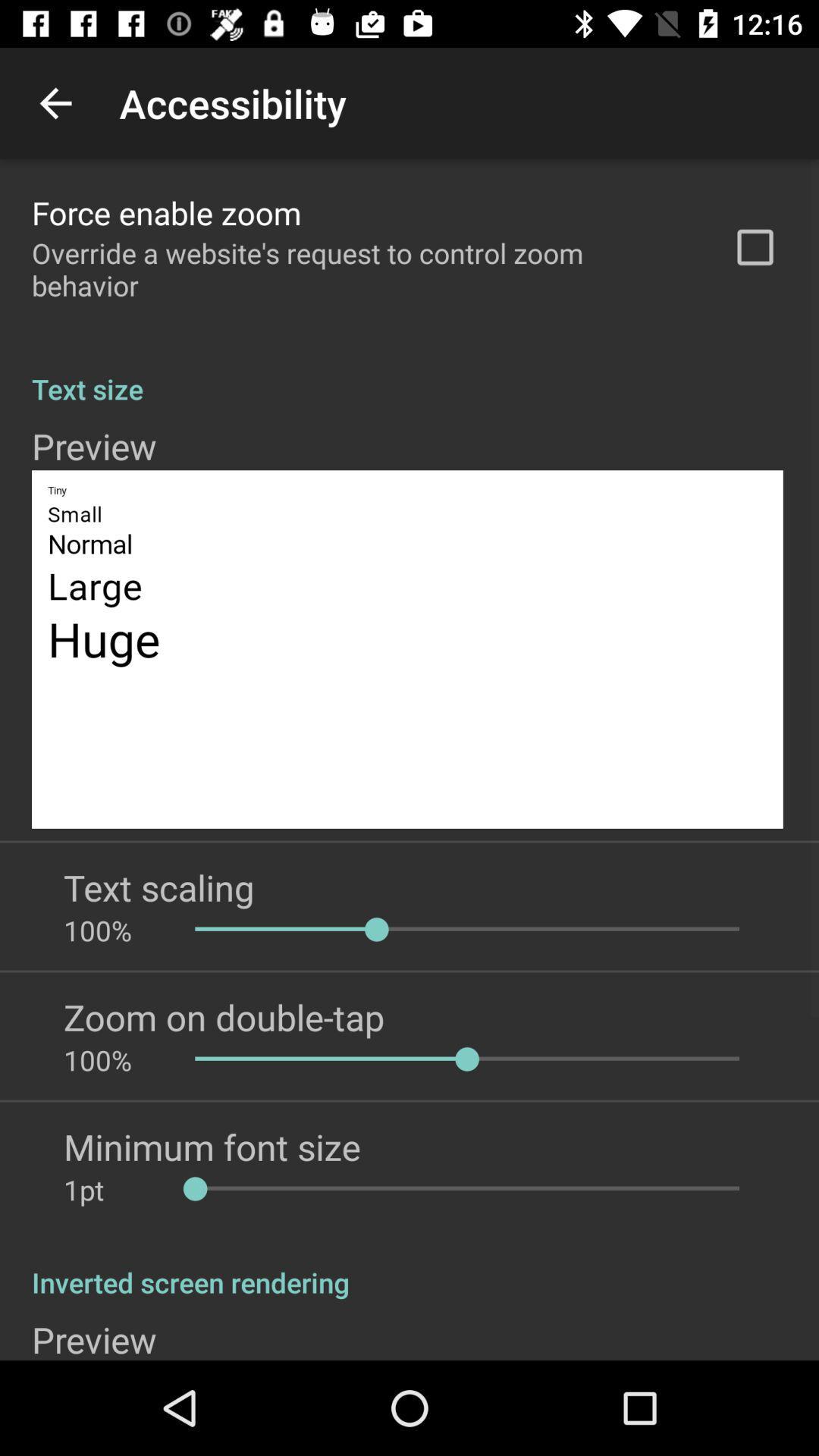 Image resolution: width=819 pixels, height=1456 pixels. Describe the element at coordinates (158, 887) in the screenshot. I see `the text scaling app` at that location.